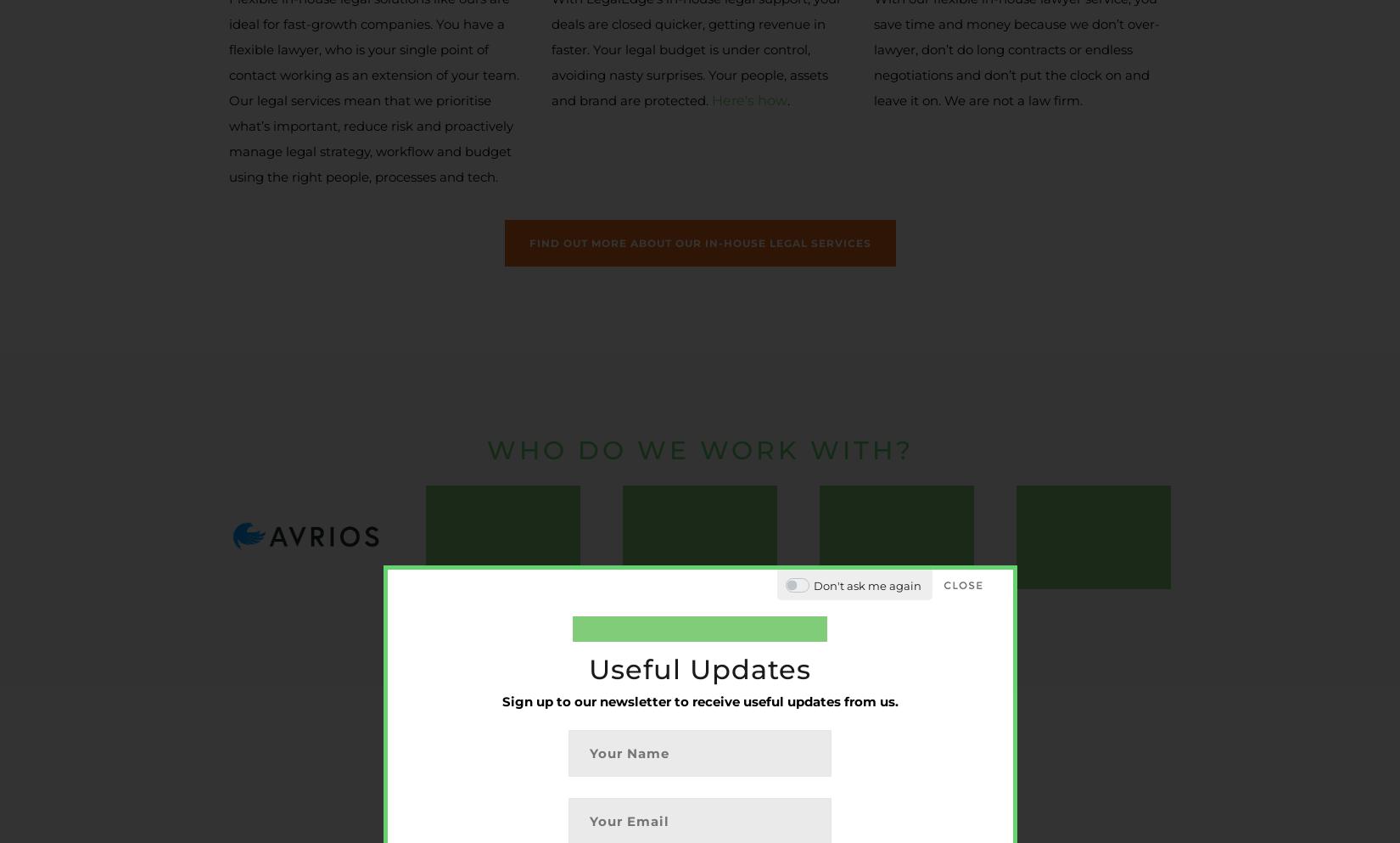 The height and width of the screenshot is (843, 1400). I want to click on 'COO/CFO -', so click(1334, 237).